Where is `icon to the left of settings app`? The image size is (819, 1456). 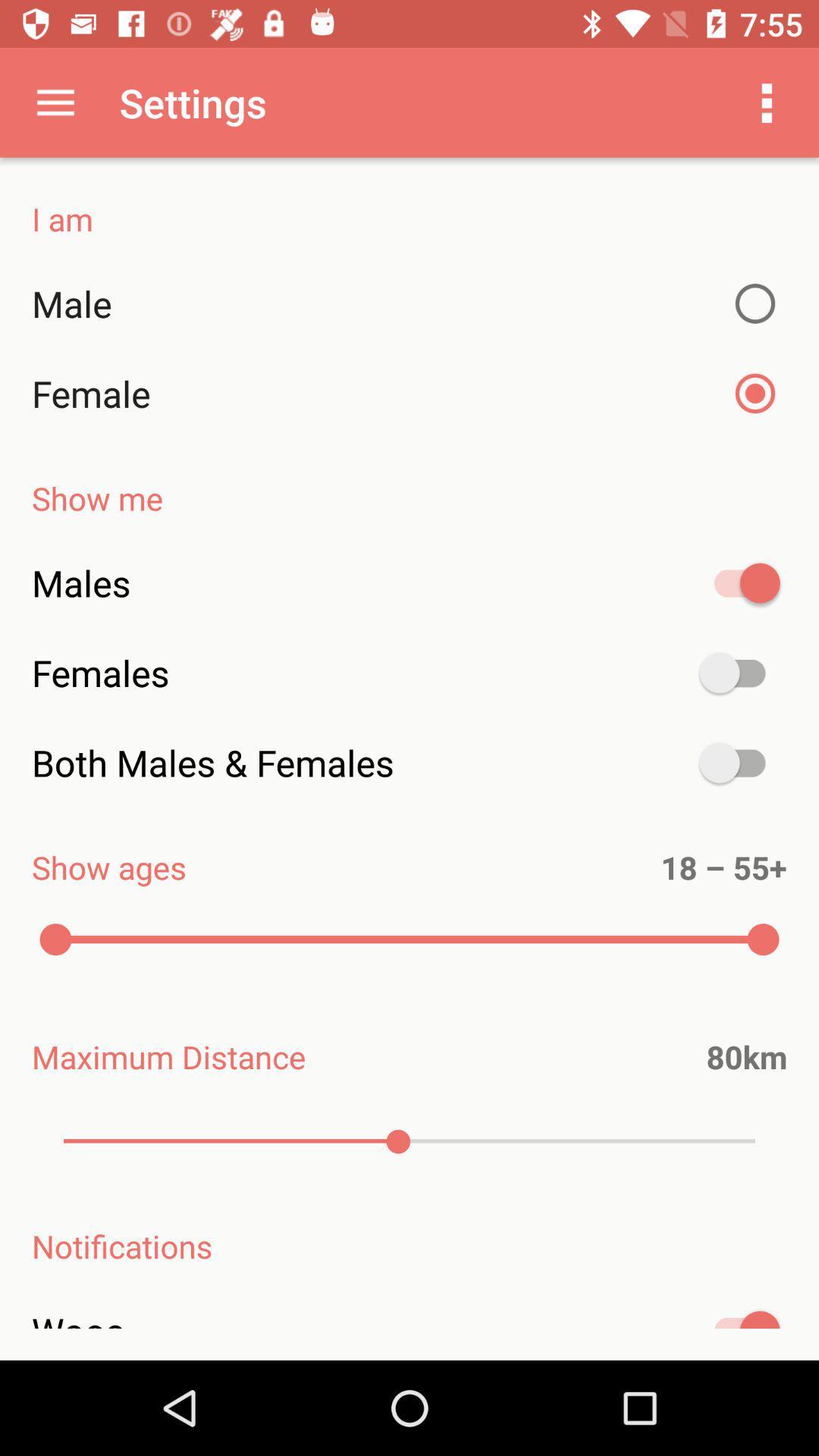
icon to the left of settings app is located at coordinates (55, 102).